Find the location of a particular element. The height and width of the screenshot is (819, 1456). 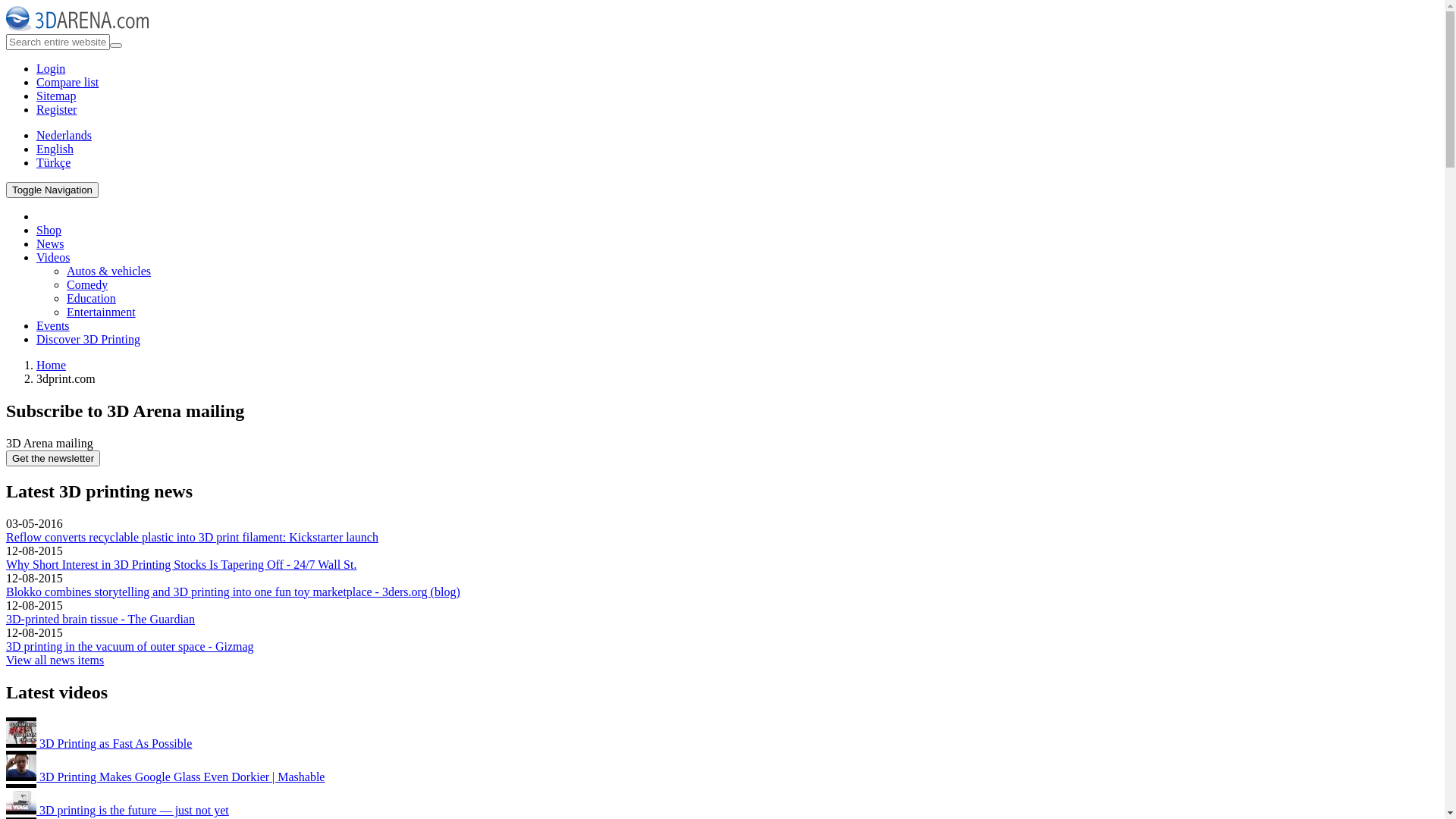

'3D Printing Makes Google Glass Even Dorkier | Mashable' is located at coordinates (21, 766).